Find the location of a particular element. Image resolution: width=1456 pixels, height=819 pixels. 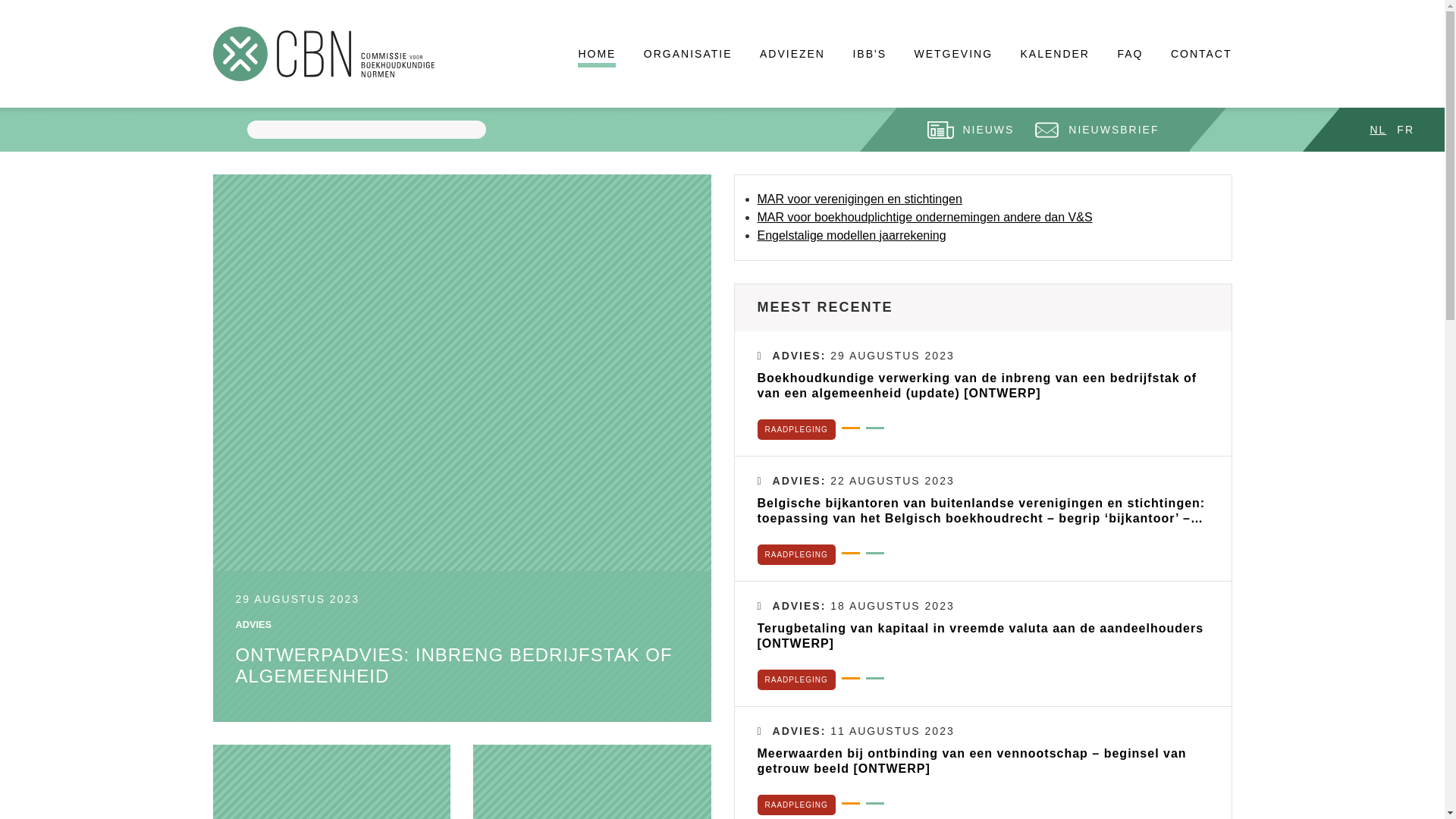

'CONTACT' is located at coordinates (1200, 55).